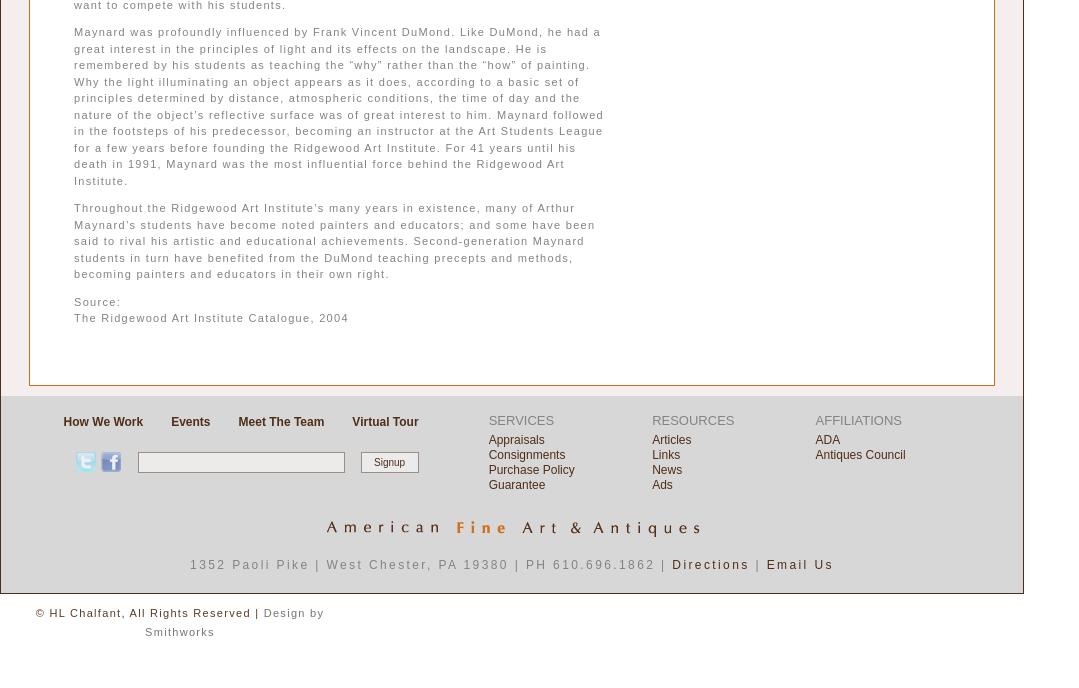 This screenshot has width=1079, height=688. What do you see at coordinates (516, 484) in the screenshot?
I see `'Guarantee'` at bounding box center [516, 484].